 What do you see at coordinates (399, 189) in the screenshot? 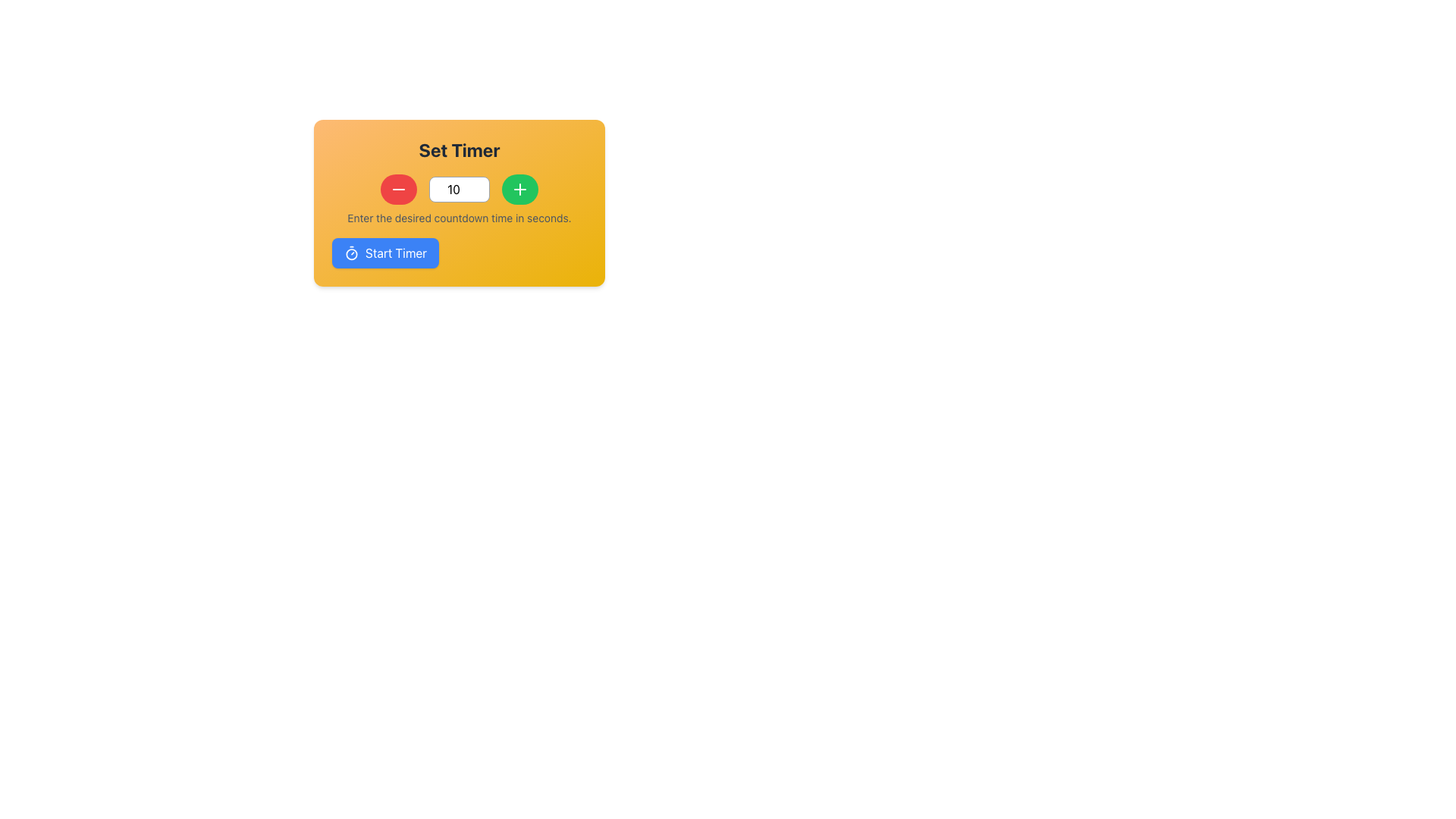
I see `the circular red button with a white minus icon, which is located to the left of the numeric input box in the row of interactive controls` at bounding box center [399, 189].